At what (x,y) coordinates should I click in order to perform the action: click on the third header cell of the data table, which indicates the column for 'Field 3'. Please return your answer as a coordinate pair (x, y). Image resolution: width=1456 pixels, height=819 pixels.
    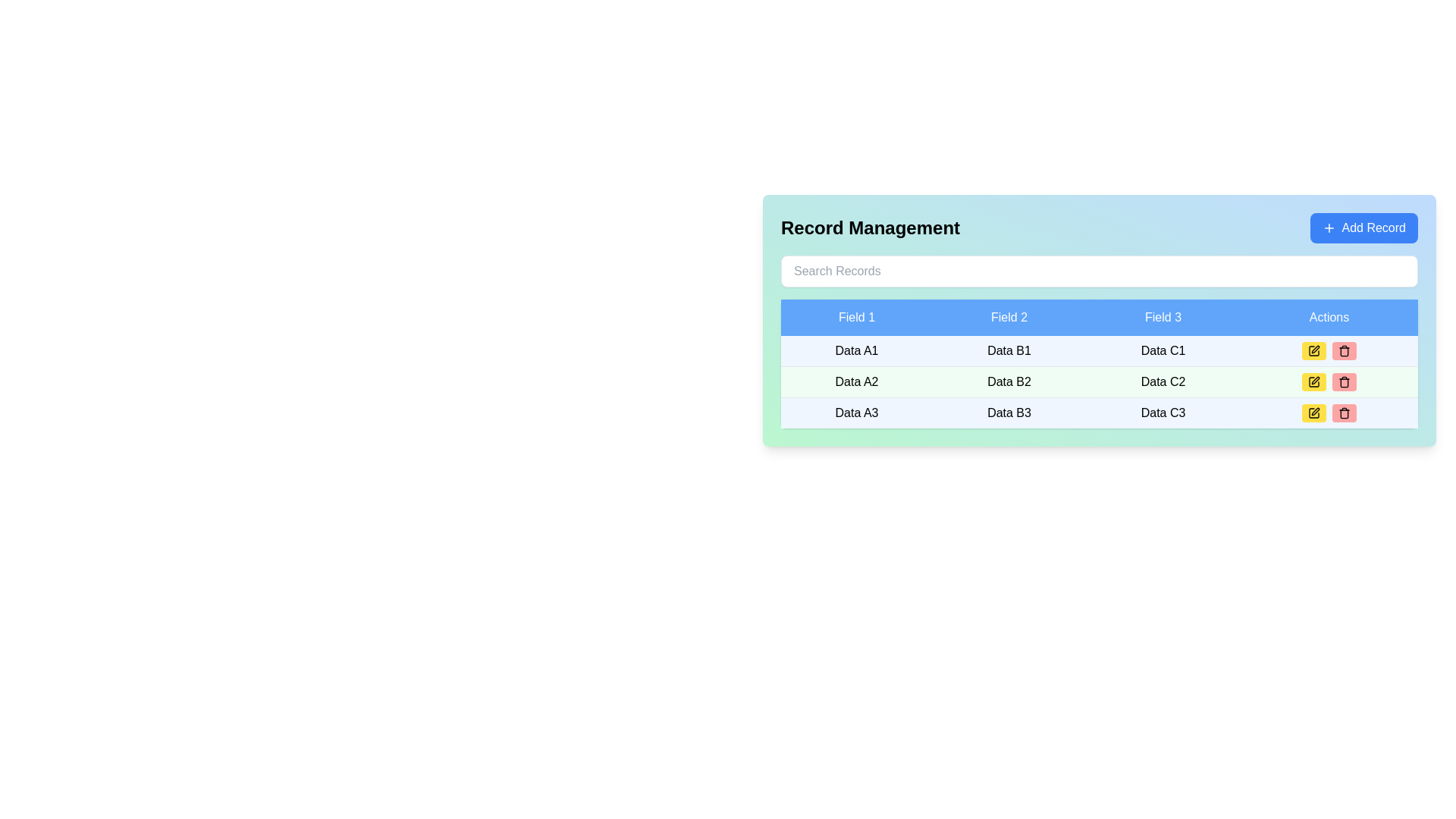
    Looking at the image, I should click on (1163, 317).